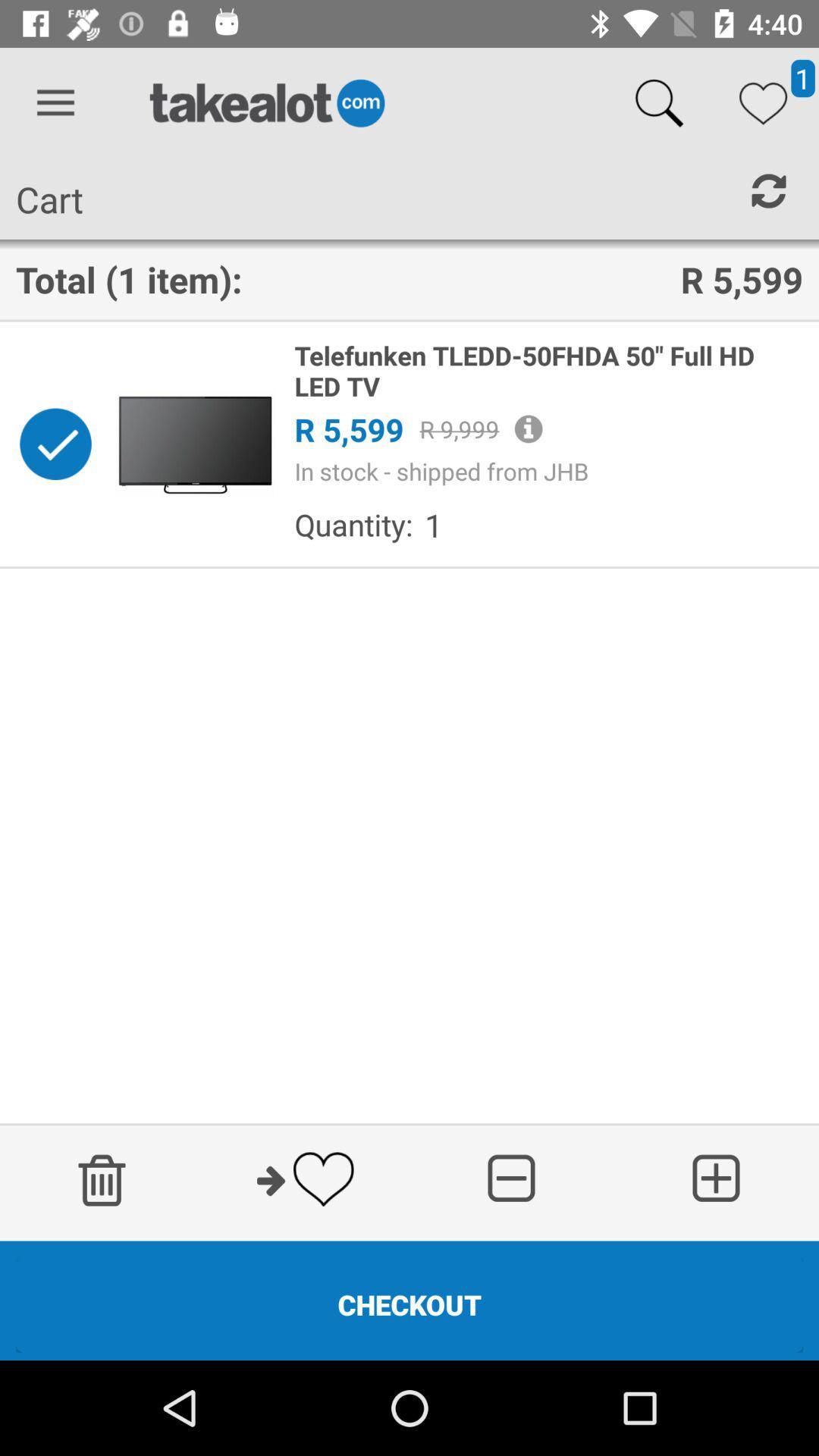 The image size is (819, 1456). Describe the element at coordinates (55, 443) in the screenshot. I see `remove from cart` at that location.